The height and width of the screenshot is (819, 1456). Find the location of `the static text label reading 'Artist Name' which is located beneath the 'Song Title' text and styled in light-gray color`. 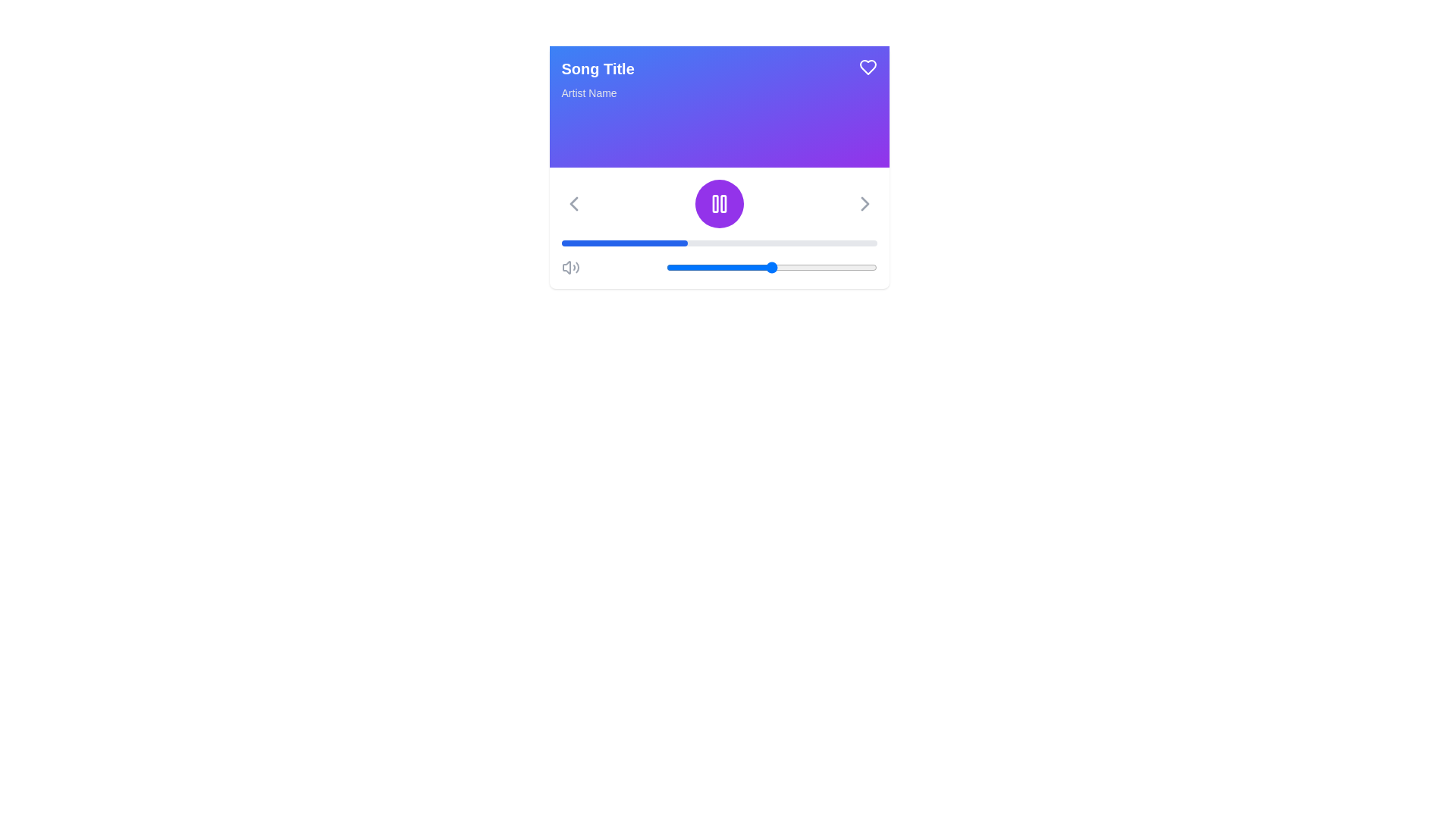

the static text label reading 'Artist Name' which is located beneath the 'Song Title' text and styled in light-gray color is located at coordinates (588, 93).